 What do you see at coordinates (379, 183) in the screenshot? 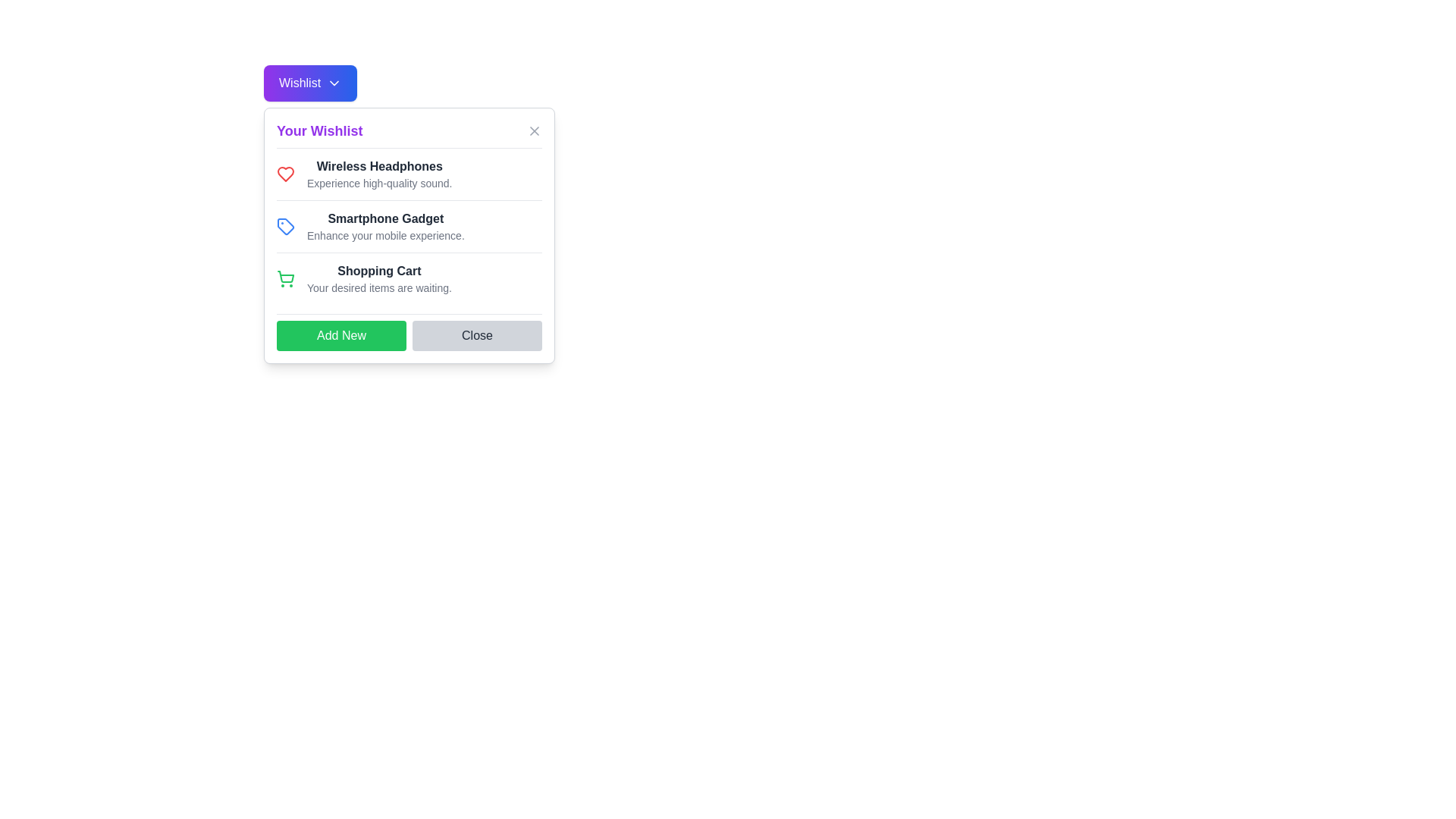
I see `the static text label that provides additional details about 'Wireless Headphones' located beneath the bold title within the 'Your Wishlist' dropdown interface` at bounding box center [379, 183].